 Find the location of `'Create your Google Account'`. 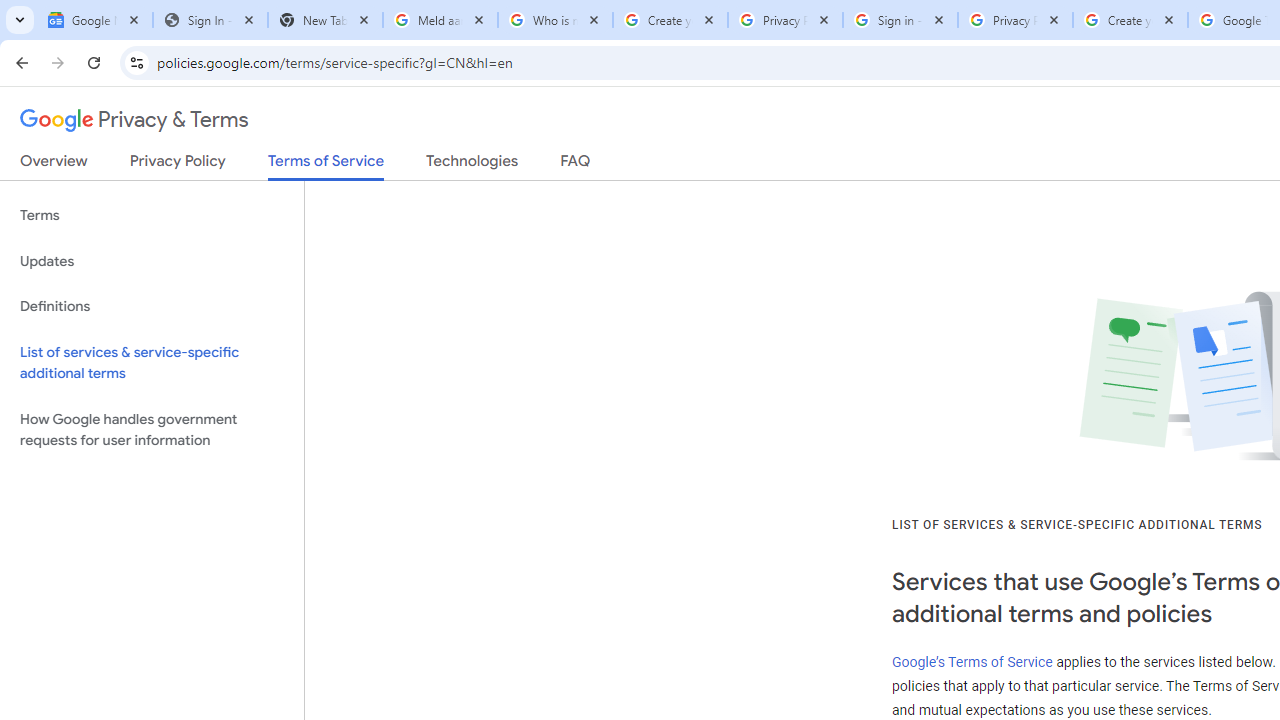

'Create your Google Account' is located at coordinates (1130, 20).